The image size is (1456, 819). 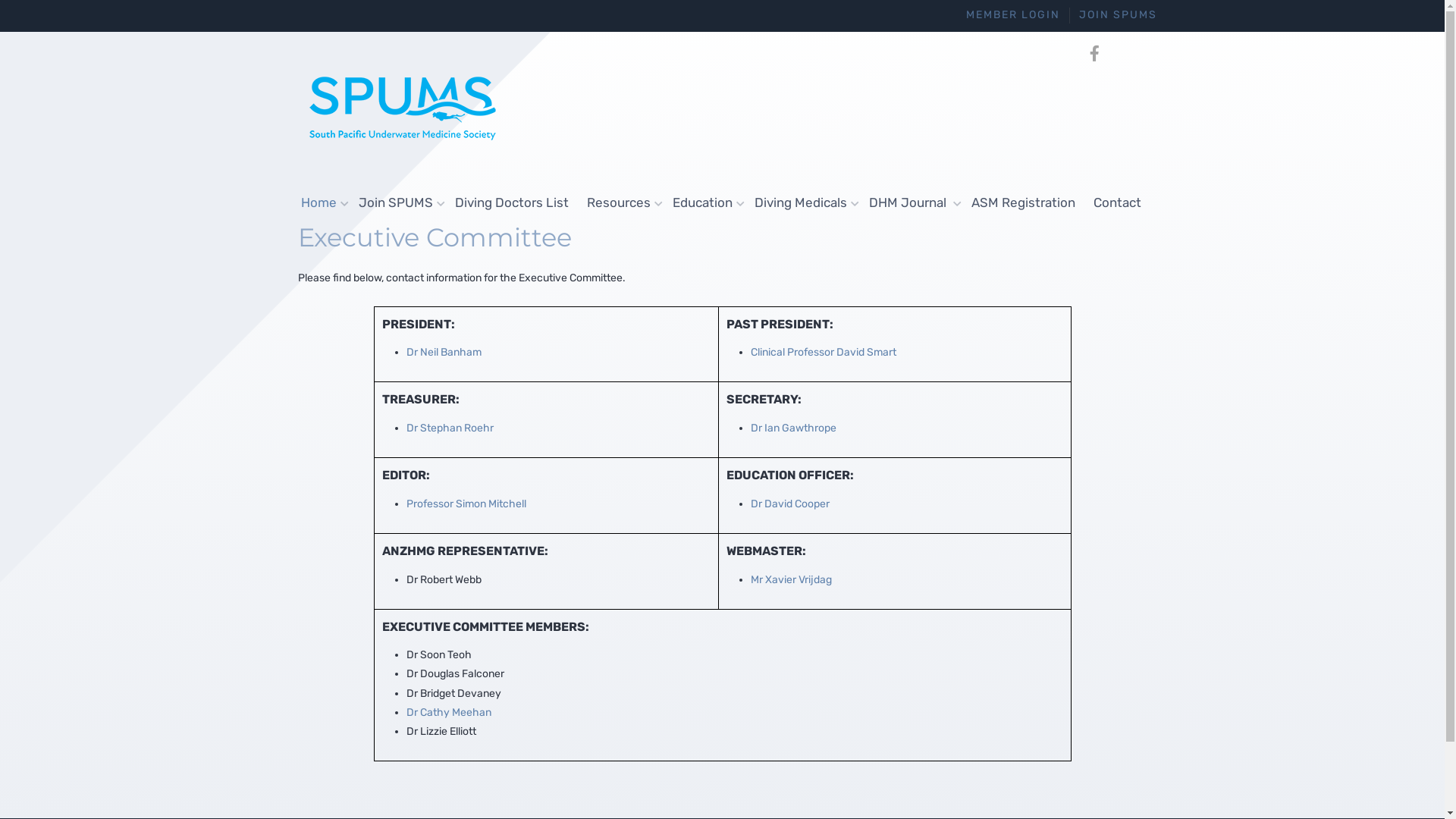 I want to click on 'Resources', so click(x=620, y=202).